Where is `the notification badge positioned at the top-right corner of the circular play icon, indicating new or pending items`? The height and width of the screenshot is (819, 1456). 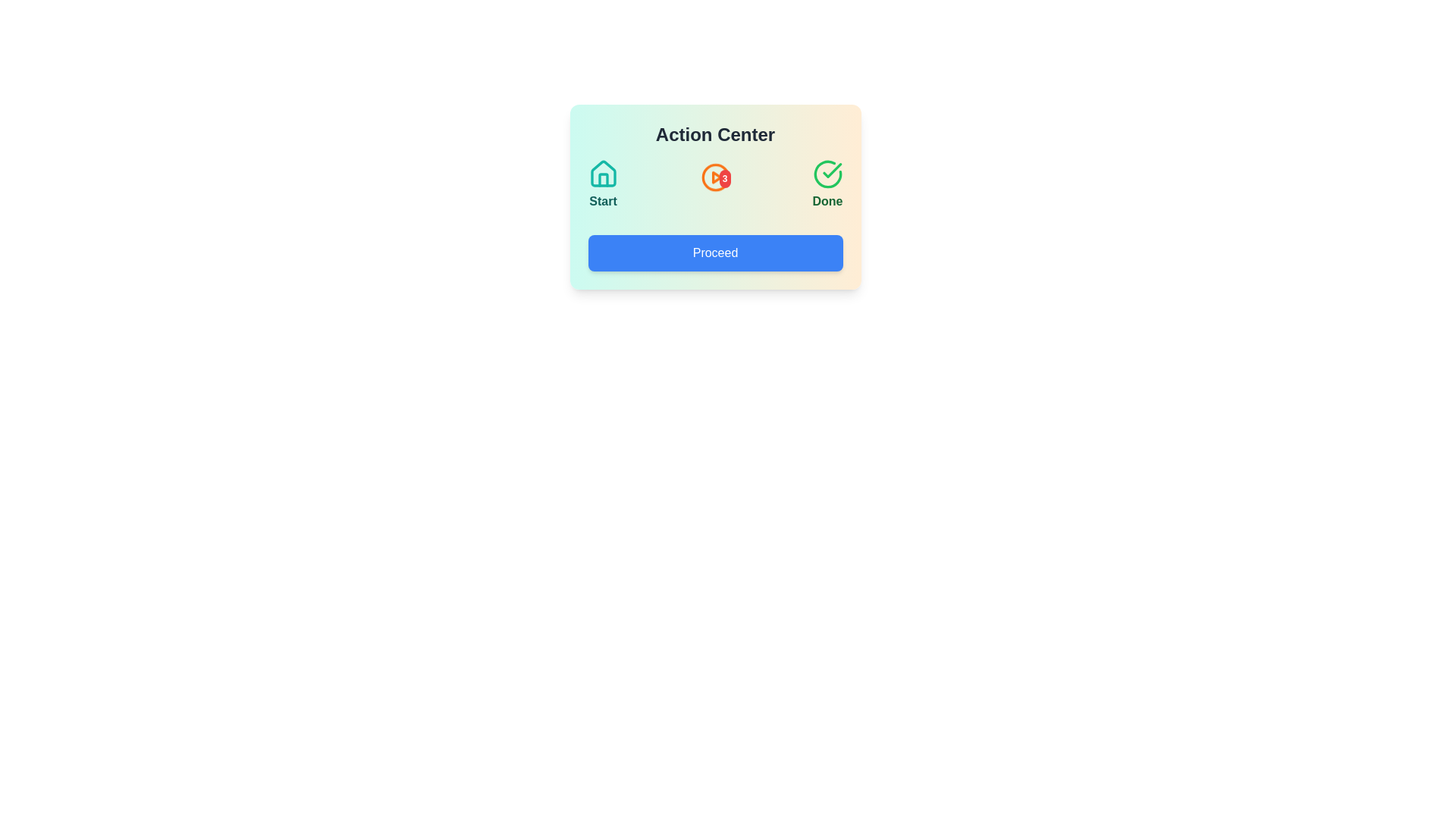 the notification badge positioned at the top-right corner of the circular play icon, indicating new or pending items is located at coordinates (724, 177).